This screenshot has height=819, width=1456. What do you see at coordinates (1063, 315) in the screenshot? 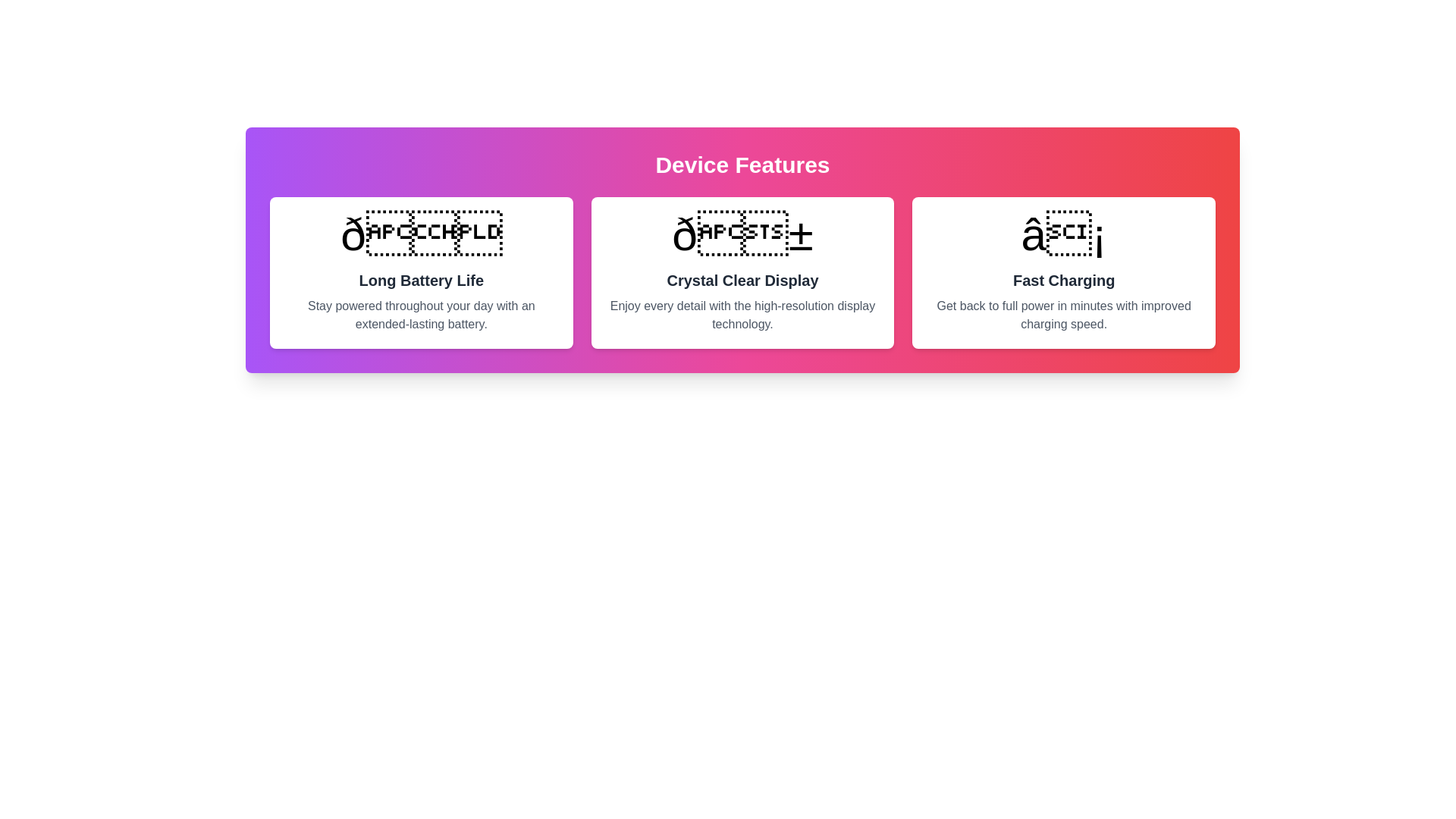
I see `the text label that provides additional details about the 'Fast Charging' feature, positioned at the bottom of the third card in a horizontal layout` at bounding box center [1063, 315].